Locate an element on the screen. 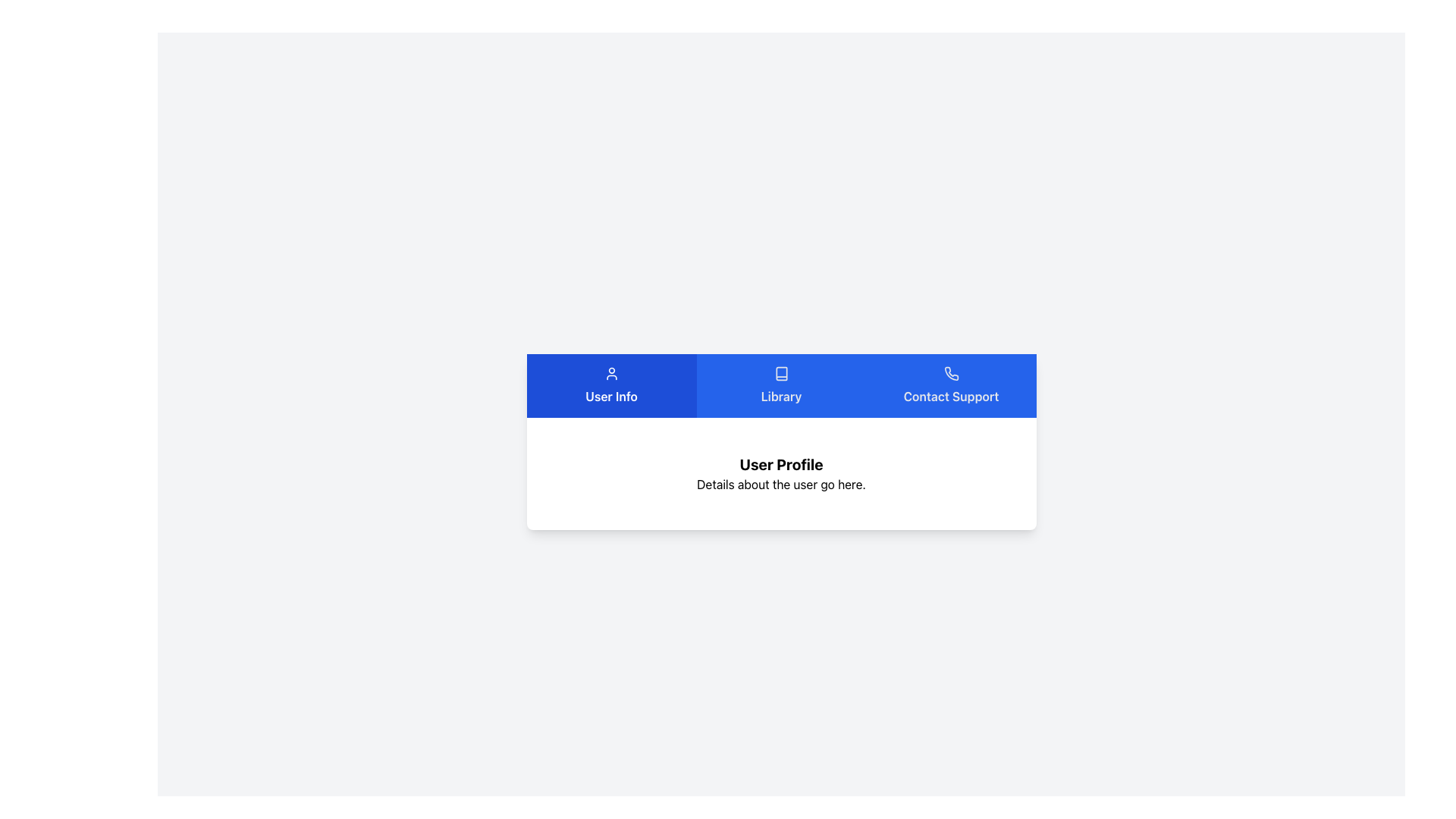  the 'Library' navigation text label, which is positioned between the 'User Info' and 'Contact Support' items on the navigation bar is located at coordinates (781, 396).